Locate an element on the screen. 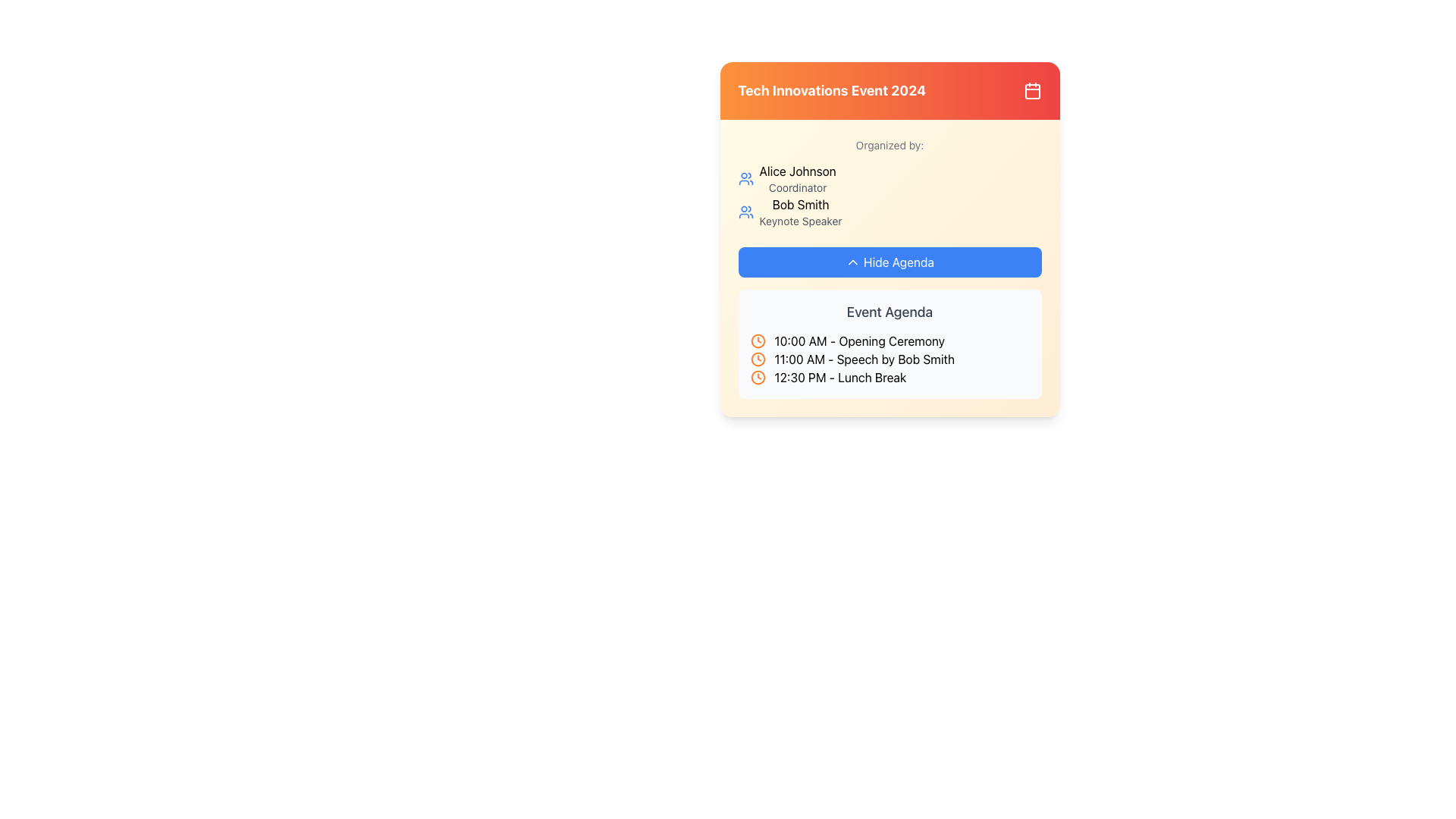 The height and width of the screenshot is (819, 1456). the decorative red rectangle within the calendar icon located in the top-right corner of the header bar is located at coordinates (1031, 91).